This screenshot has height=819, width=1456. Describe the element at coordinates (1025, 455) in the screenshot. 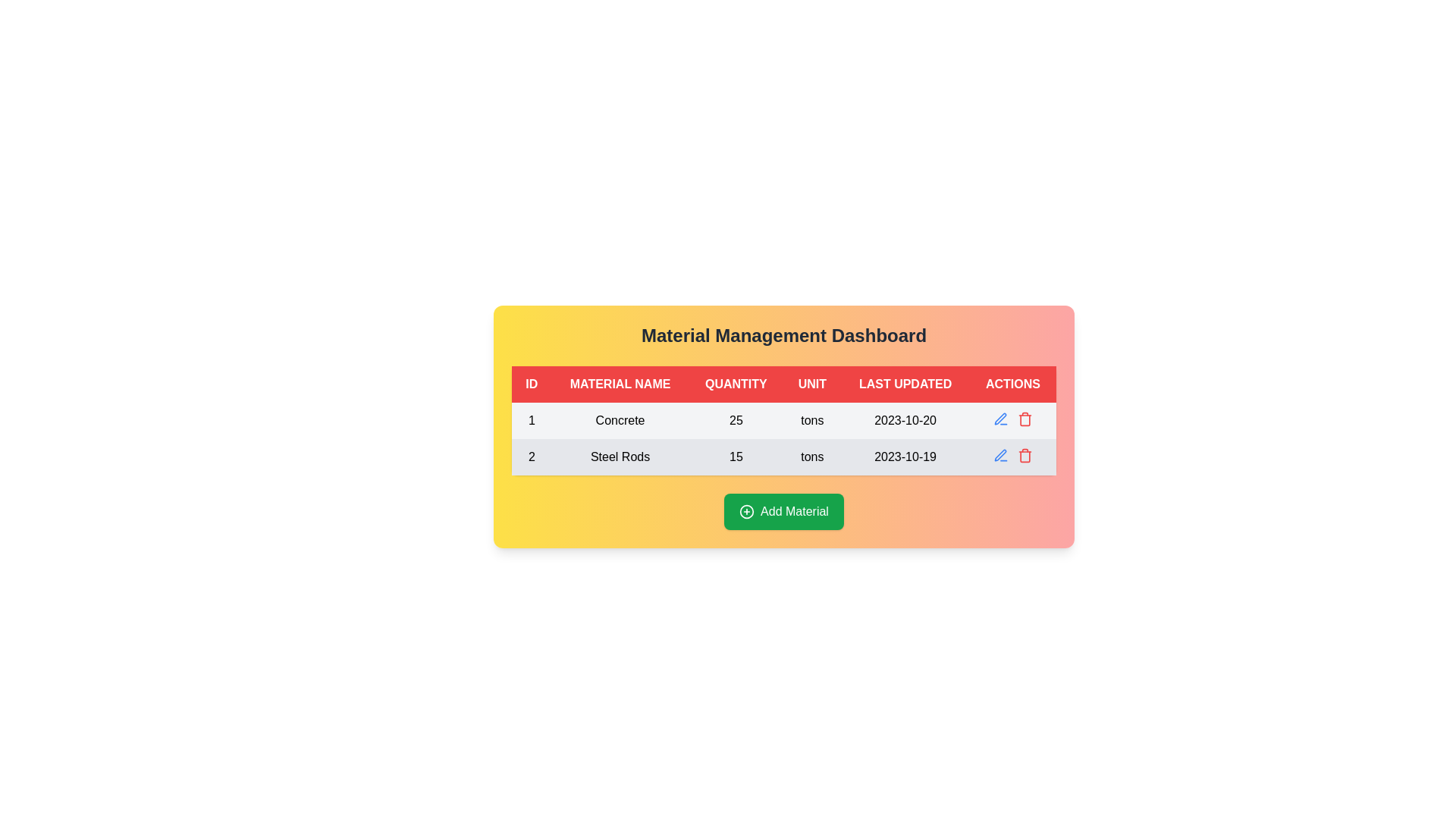

I see `the red trash bin icon button located in the 'Actions' column of the row for 'Steel Rods'` at that location.